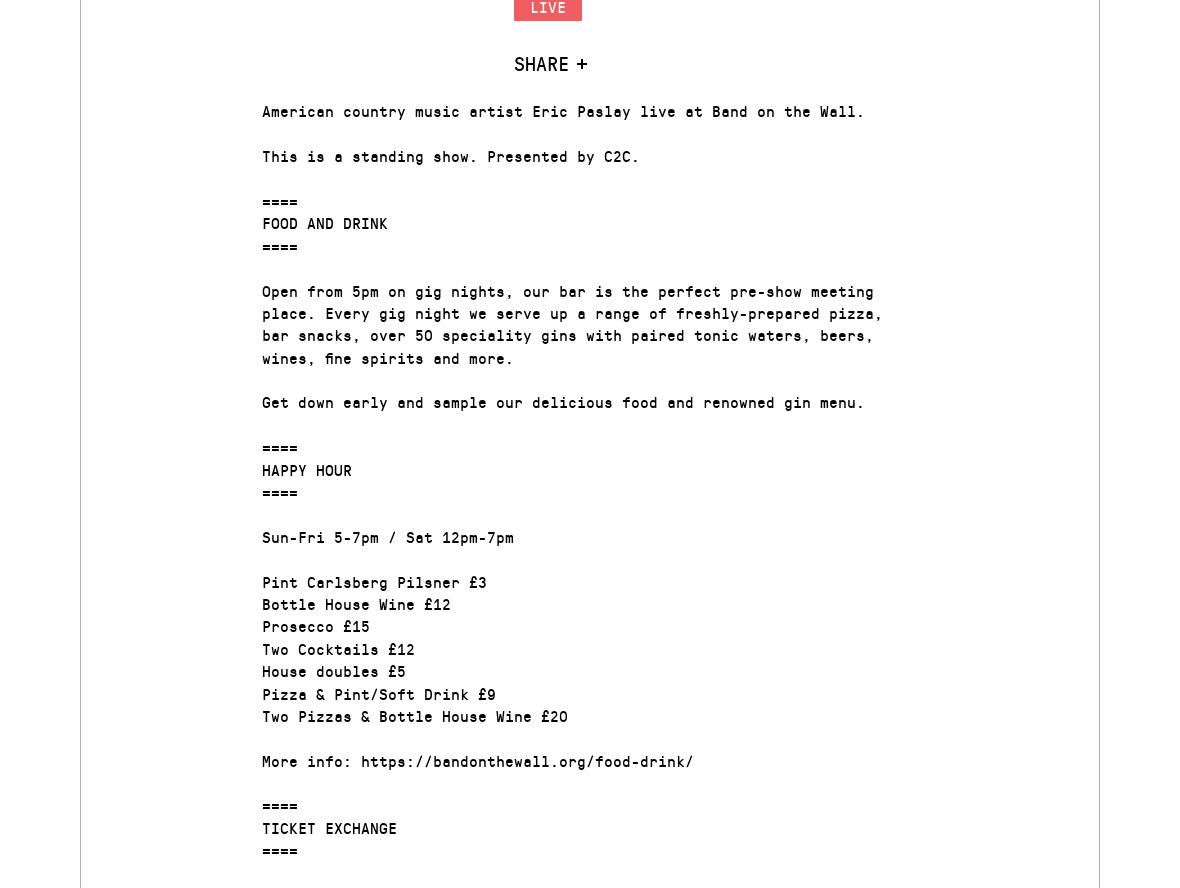 Image resolution: width=1180 pixels, height=888 pixels. I want to click on 'Two Cocktails £12', so click(337, 646).